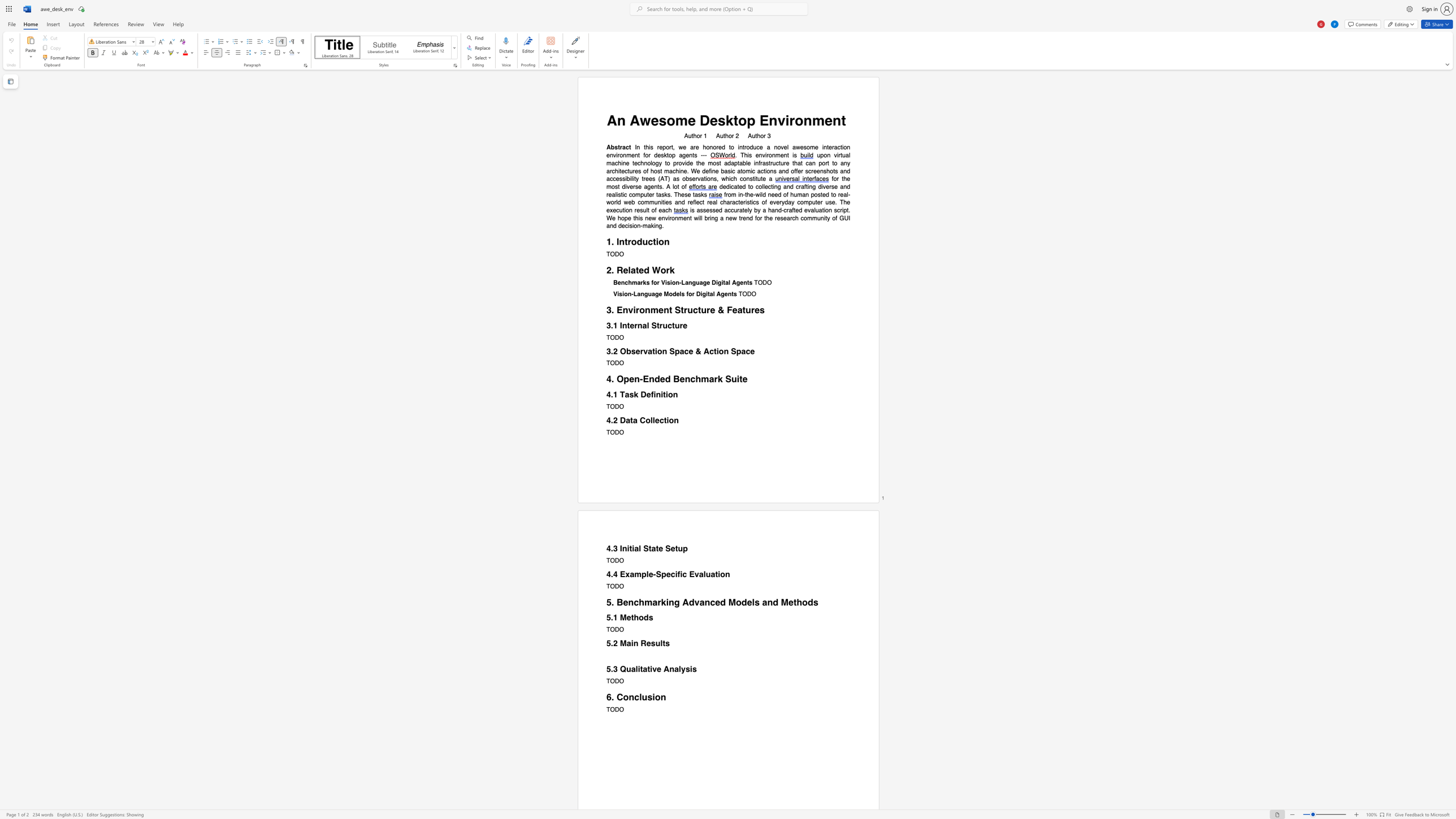 This screenshot has height=819, width=1456. I want to click on the subset text "tely by a hand-crafted evaluat" within the text "is assessed accurately by a hand-crafted evaluation script. We hope this", so click(742, 210).